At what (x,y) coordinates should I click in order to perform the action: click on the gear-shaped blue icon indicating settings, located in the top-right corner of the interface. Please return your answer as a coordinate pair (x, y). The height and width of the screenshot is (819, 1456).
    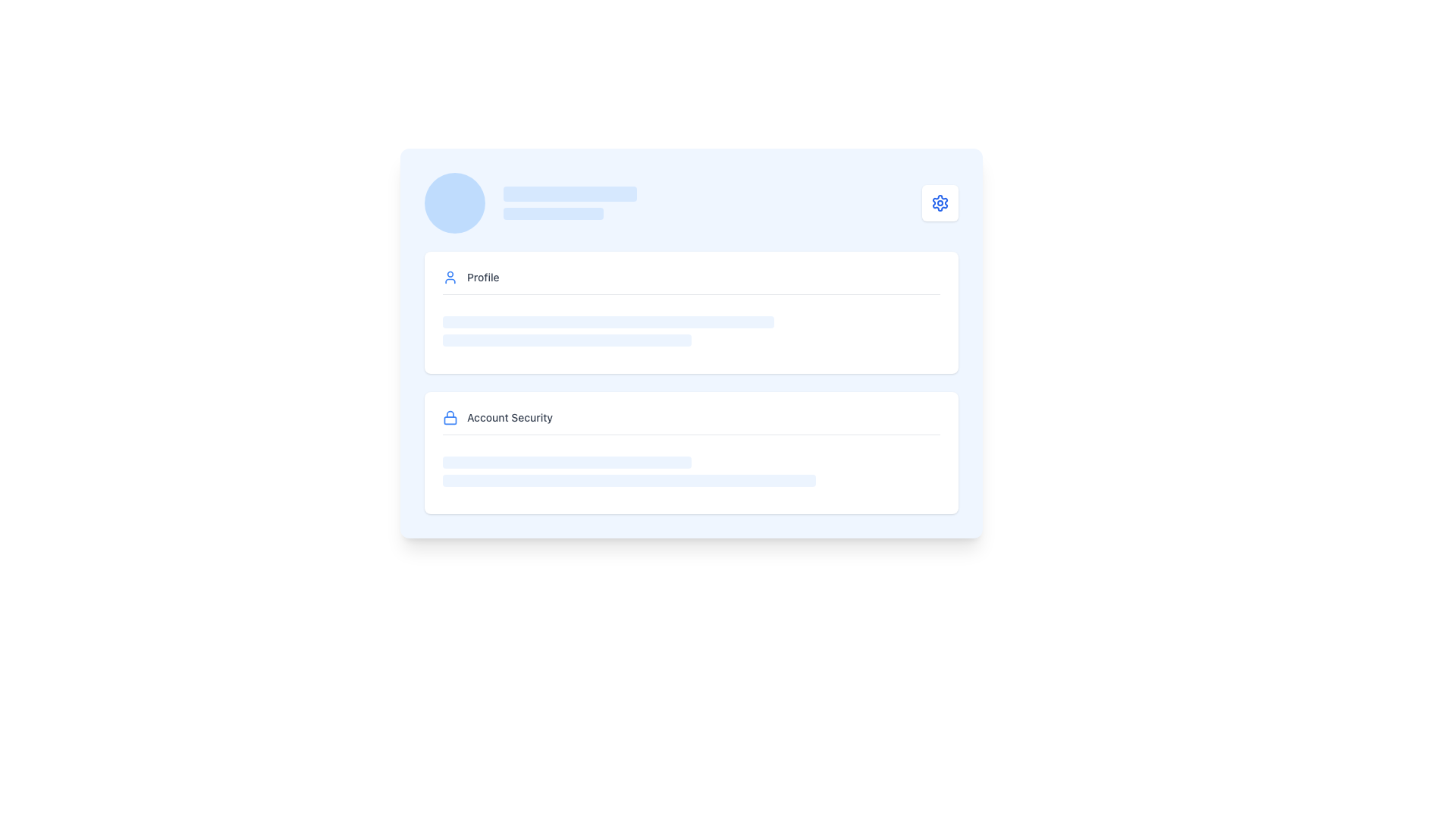
    Looking at the image, I should click on (939, 202).